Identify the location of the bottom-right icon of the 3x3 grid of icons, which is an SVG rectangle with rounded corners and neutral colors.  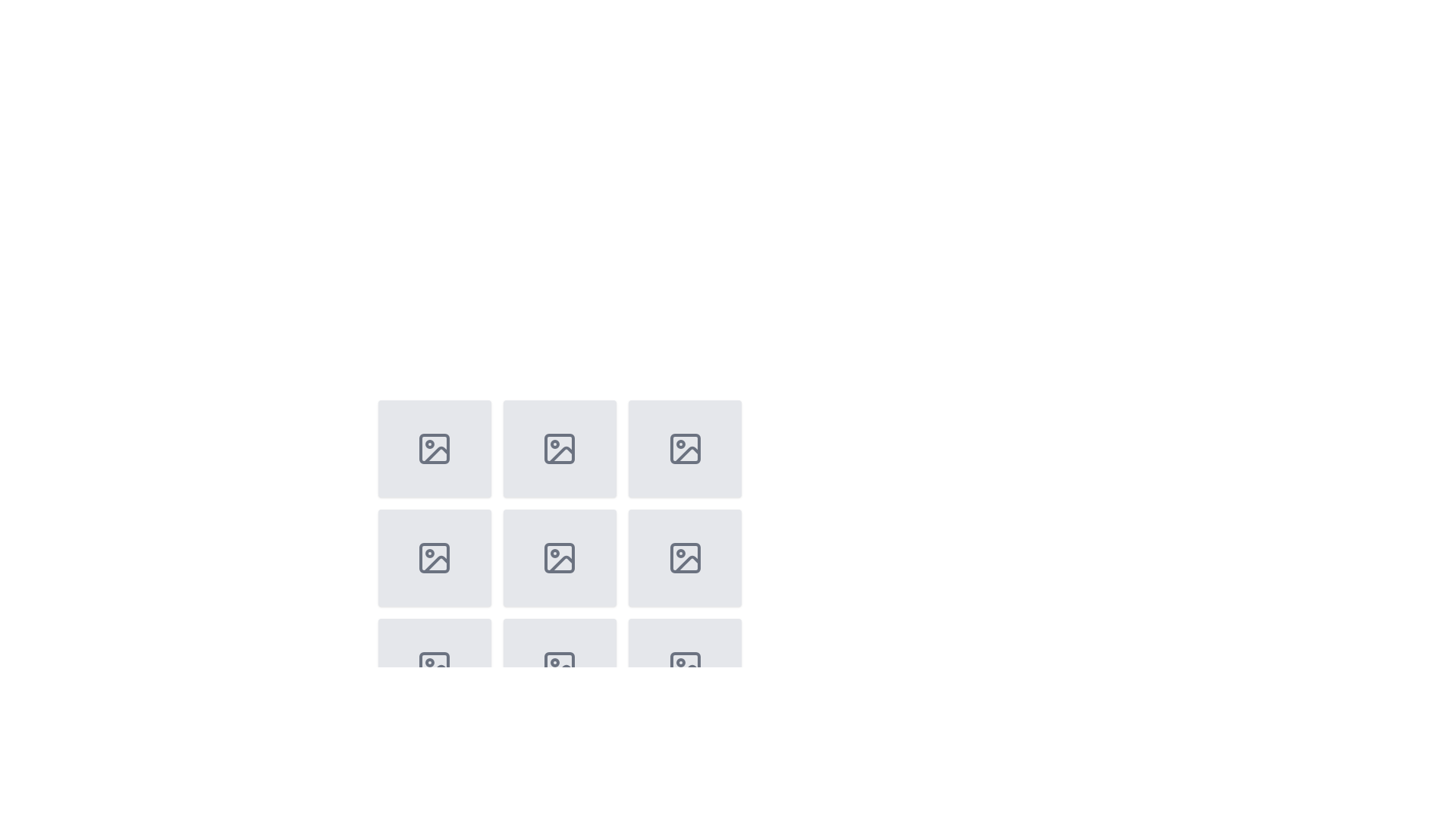
(684, 666).